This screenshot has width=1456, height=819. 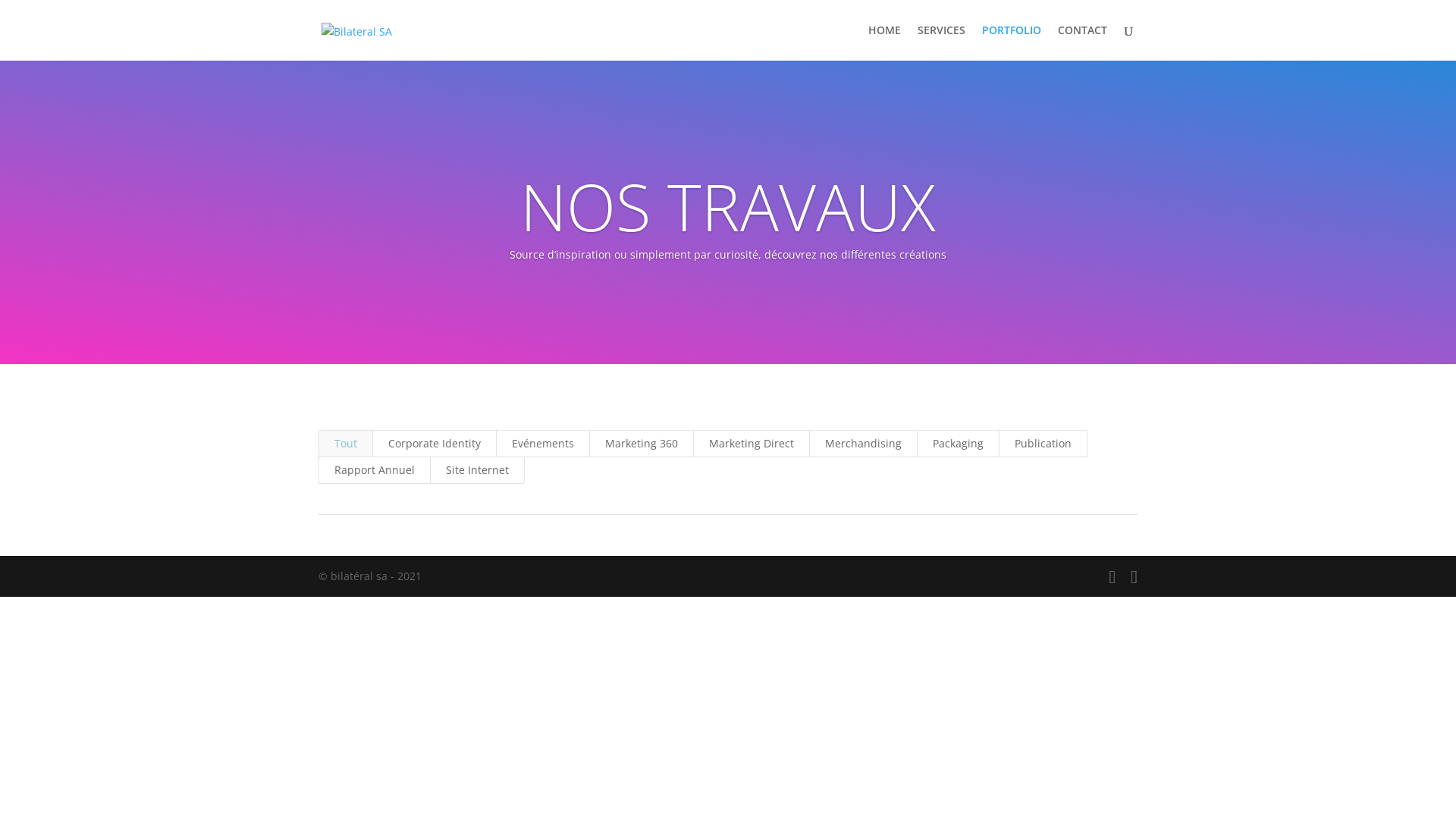 I want to click on 'CONTACT', so click(x=1081, y=42).